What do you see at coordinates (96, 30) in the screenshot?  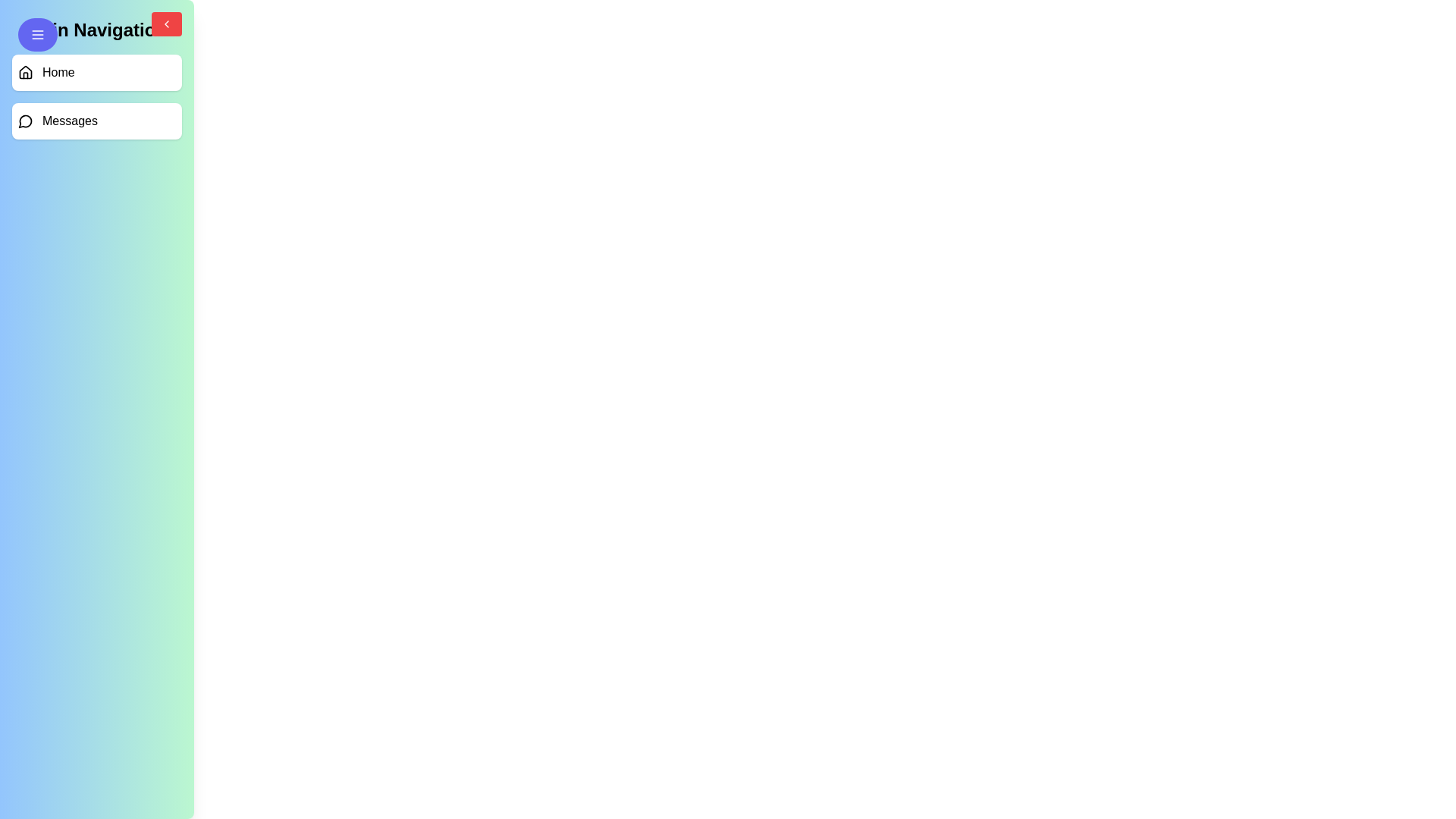 I see `the 'Main Navigation' text element located at the top of the vertical sidebar, which is in a bold, large font and serves as a visual reference for navigation context` at bounding box center [96, 30].